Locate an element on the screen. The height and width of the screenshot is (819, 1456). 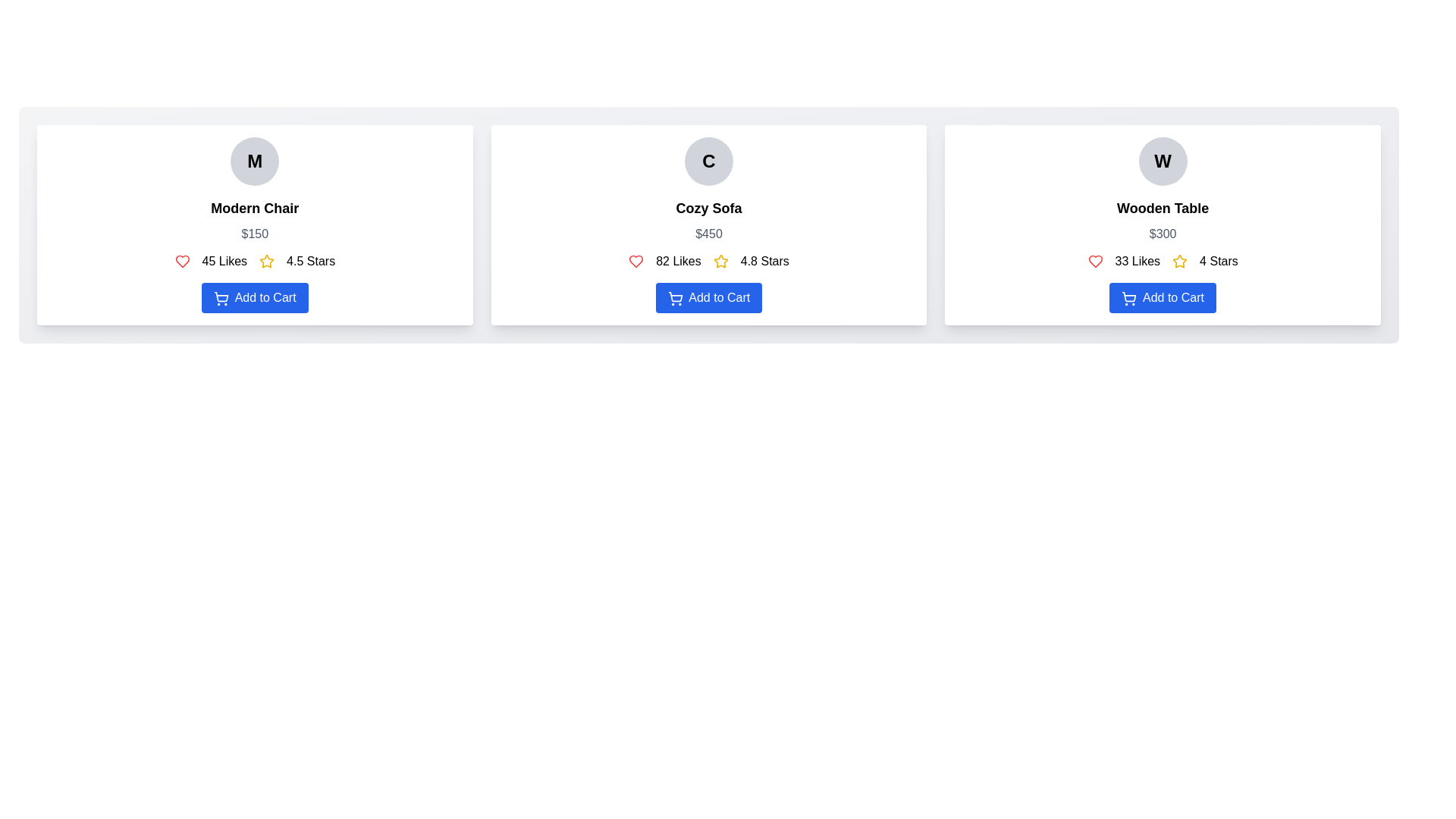
the static text label displaying the price '$150' for the 'Modern Chair' item, which is styled in gray and located within the card layout is located at coordinates (255, 234).